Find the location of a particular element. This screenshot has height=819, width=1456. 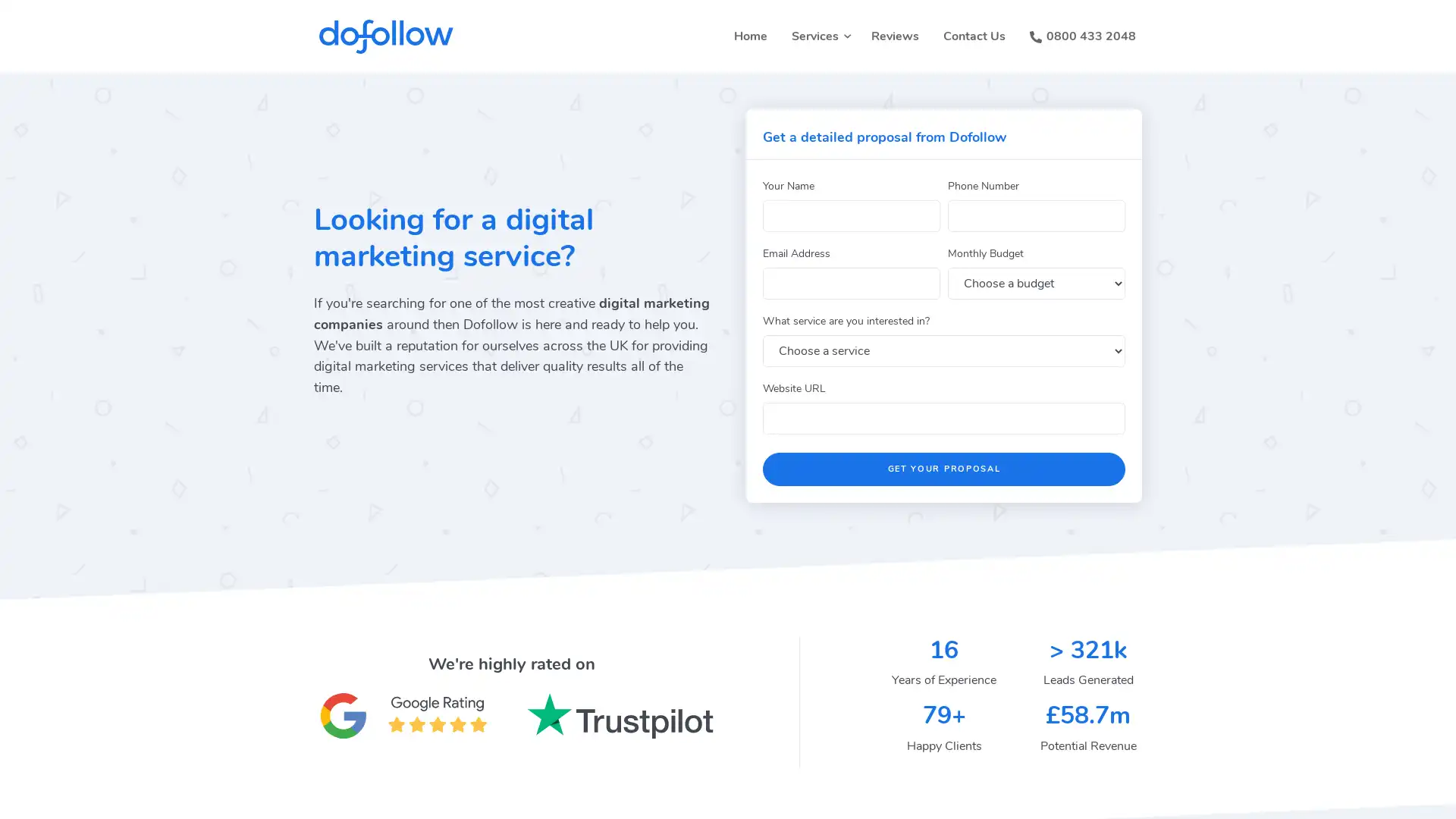

GET YOUR PROPOSAL is located at coordinates (943, 468).